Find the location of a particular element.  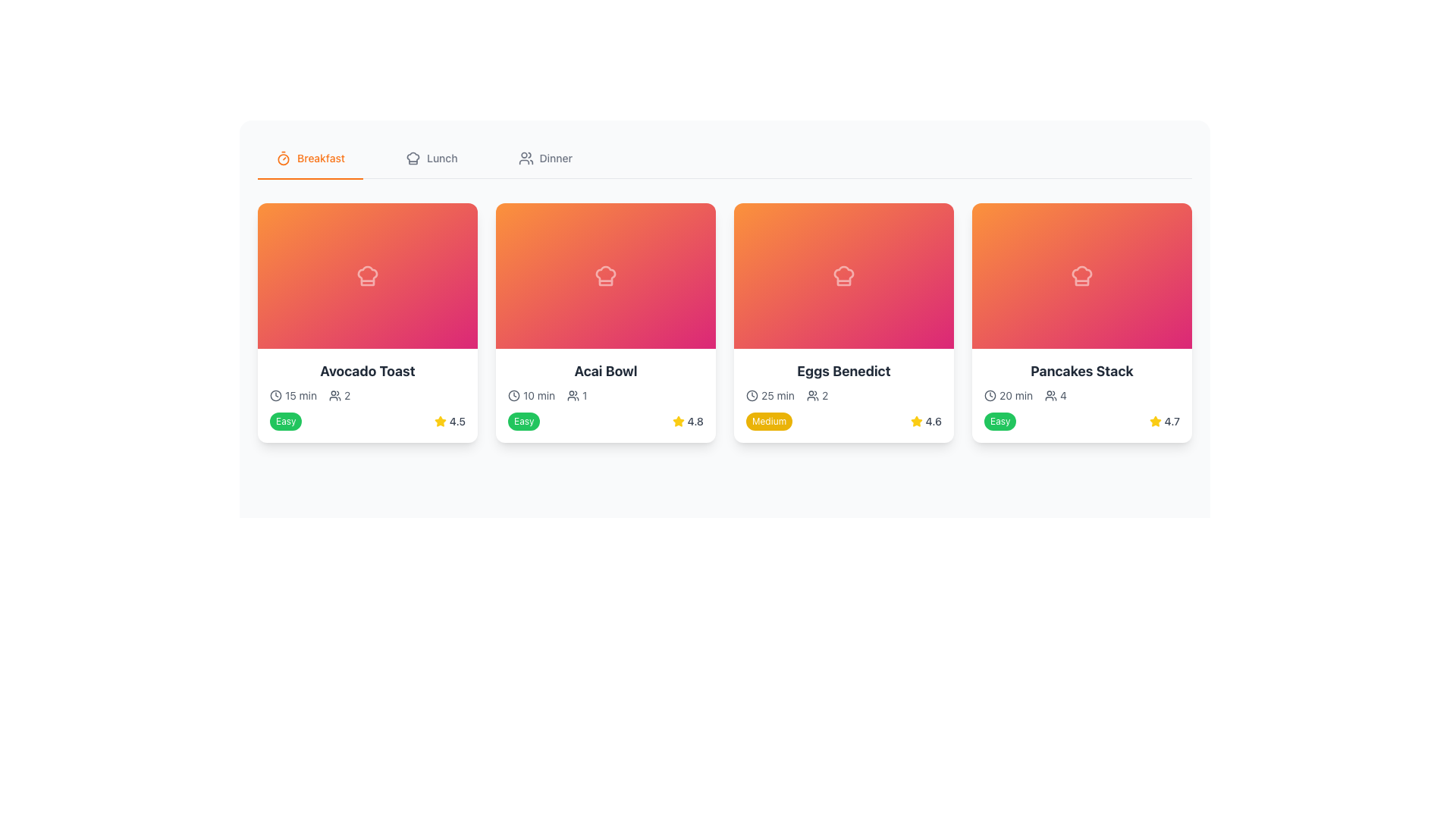

the culinary theme icon representing recipes or dishes on the 'Pancakes Stack' card located in the top central area of the fourth card from the left is located at coordinates (1081, 275).